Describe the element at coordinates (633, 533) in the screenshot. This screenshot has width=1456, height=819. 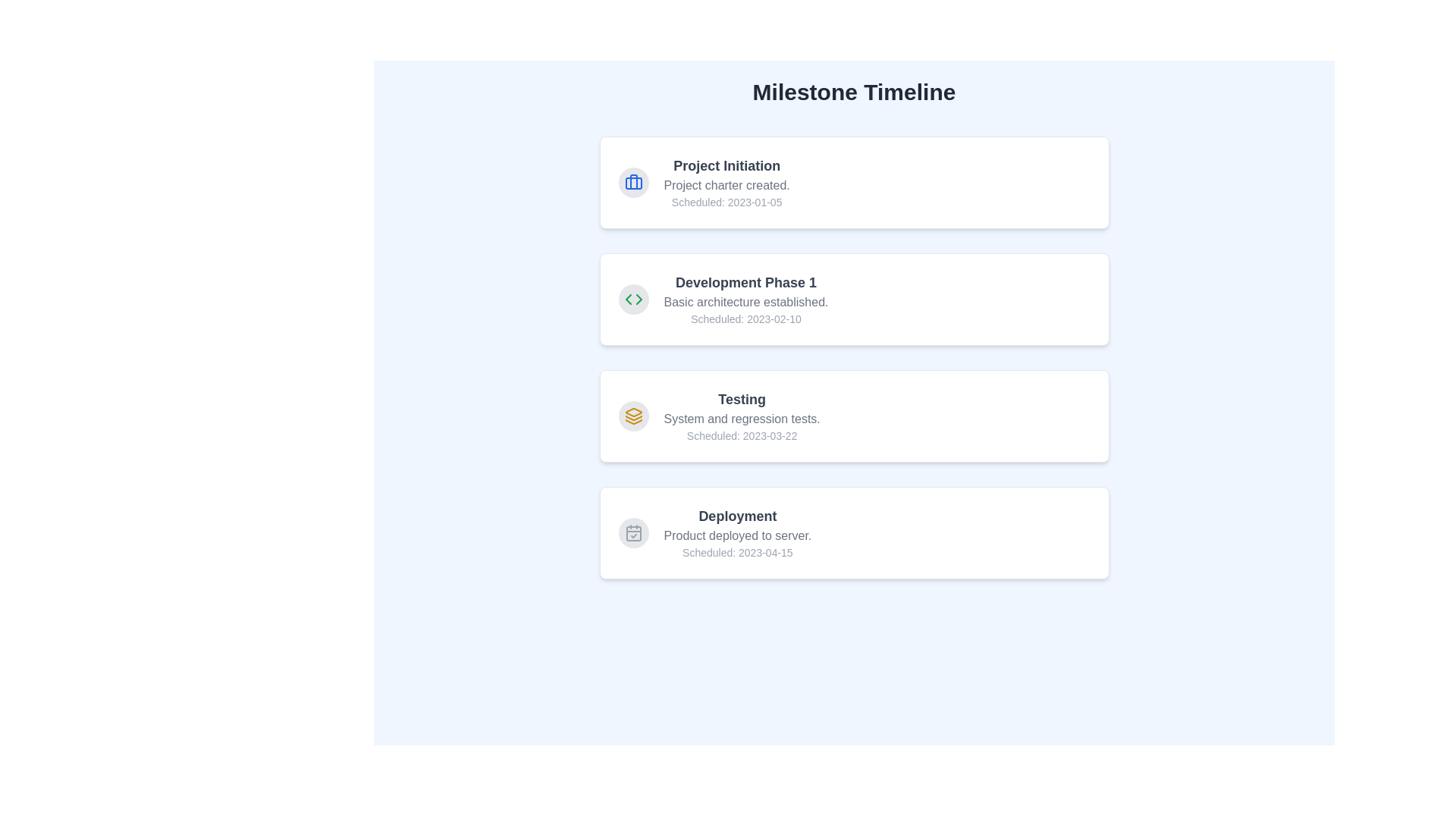
I see `the small grayish rectangle icon that is part of the calendar icon next to the 'Deployment' text in the fourth milestone card of the timeline interface` at that location.